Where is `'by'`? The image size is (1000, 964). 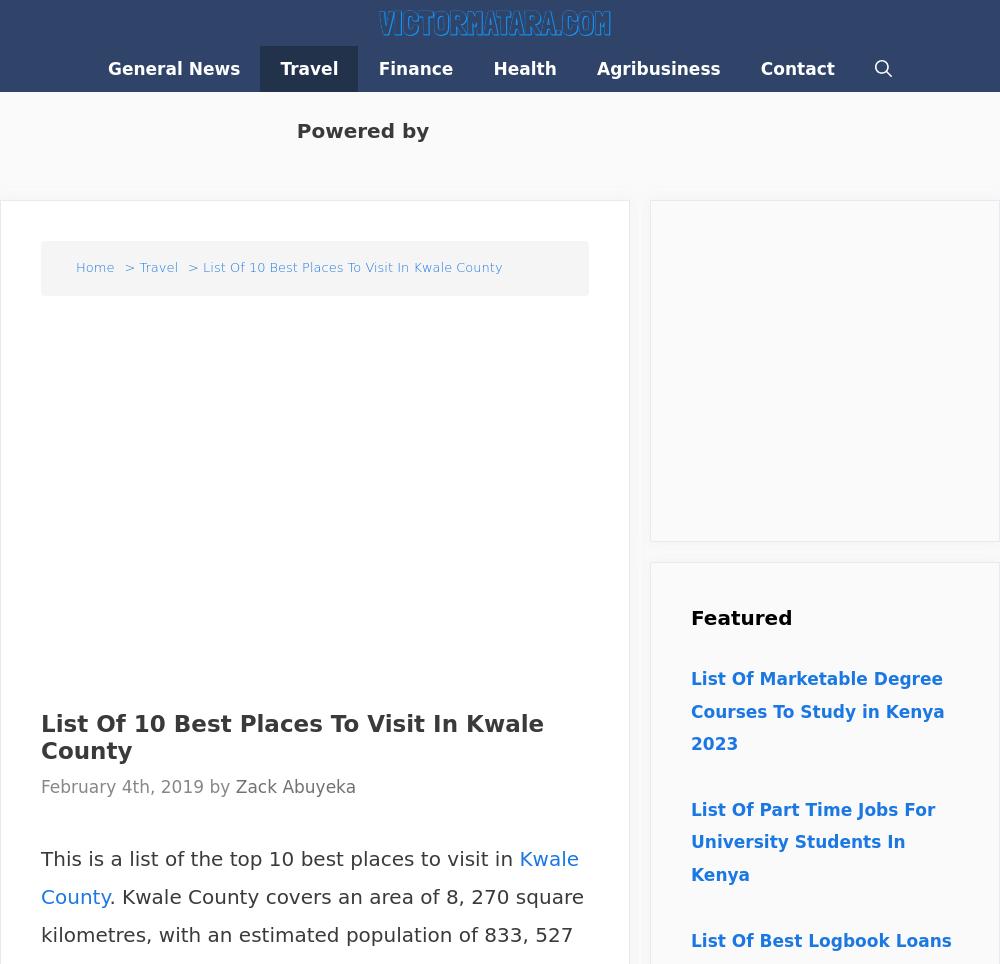
'by' is located at coordinates (221, 786).